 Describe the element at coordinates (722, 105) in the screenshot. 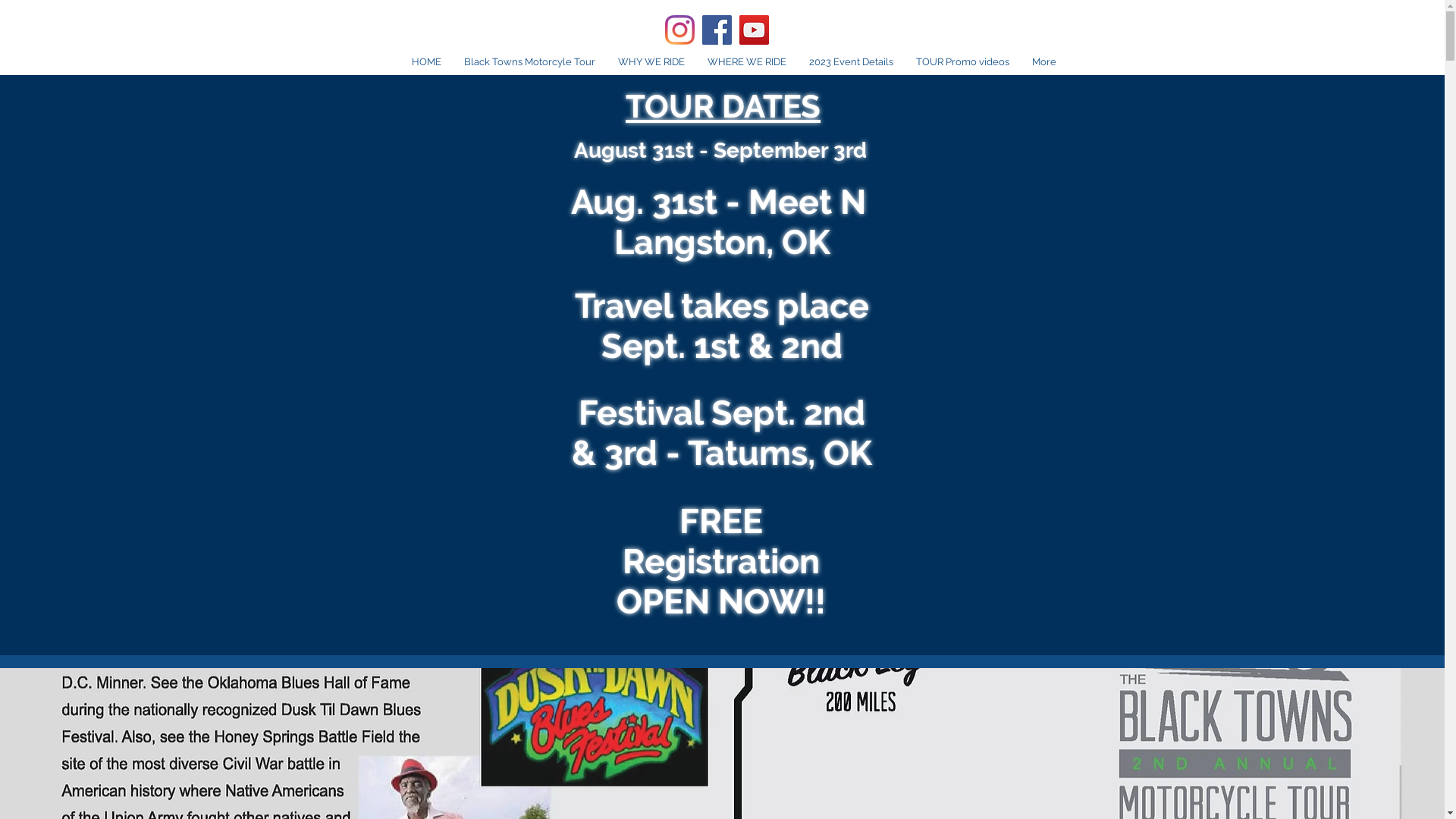

I see `'TOUR DATES'` at that location.